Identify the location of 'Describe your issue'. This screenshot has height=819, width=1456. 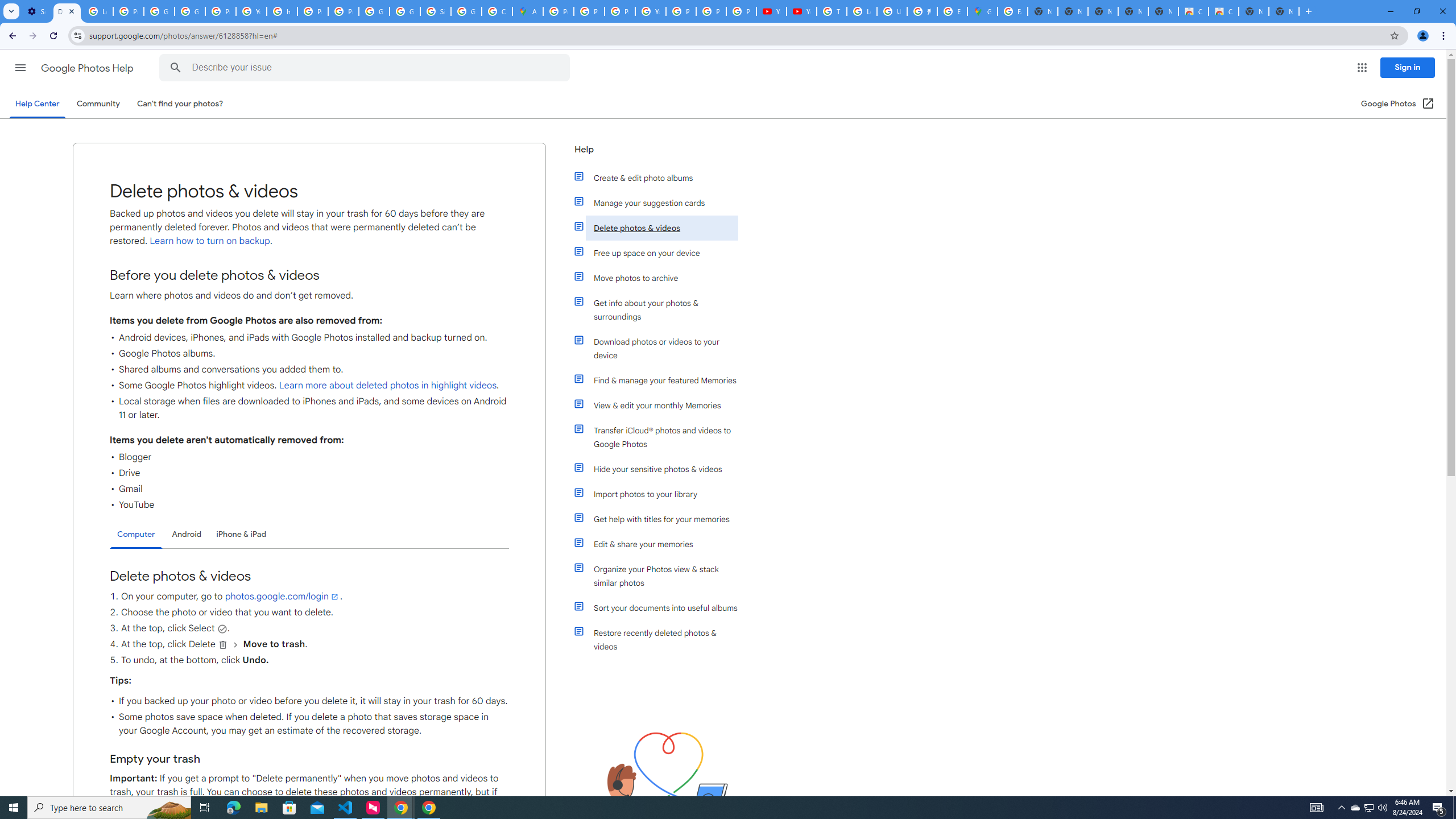
(366, 67).